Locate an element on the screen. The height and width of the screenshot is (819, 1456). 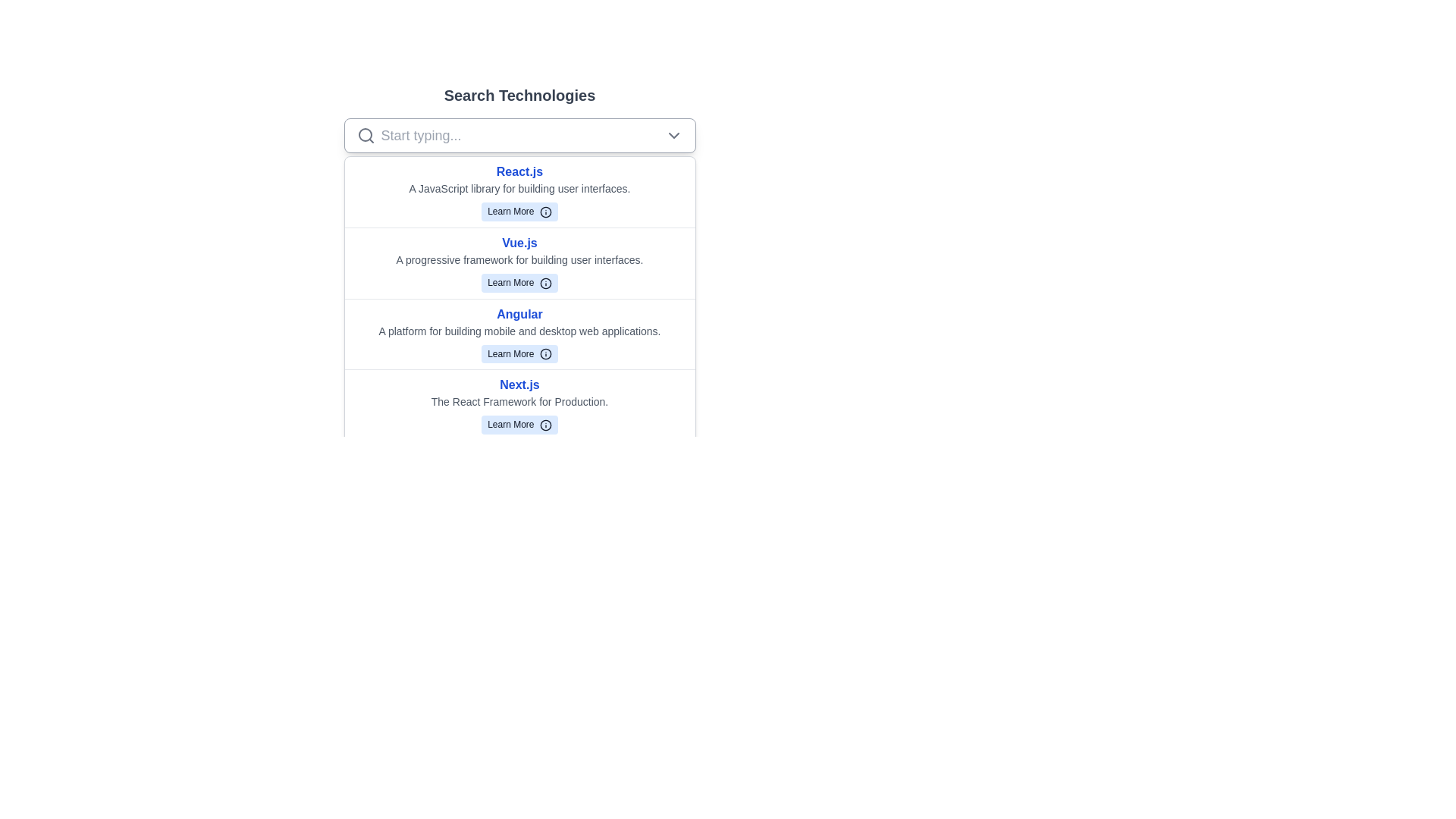
the 'Learn More' button, which is a light blue rounded rectangle with an information icon next to it, located below the text 'React.js' and 'A JavaScript library for building user interfaces.' is located at coordinates (519, 212).